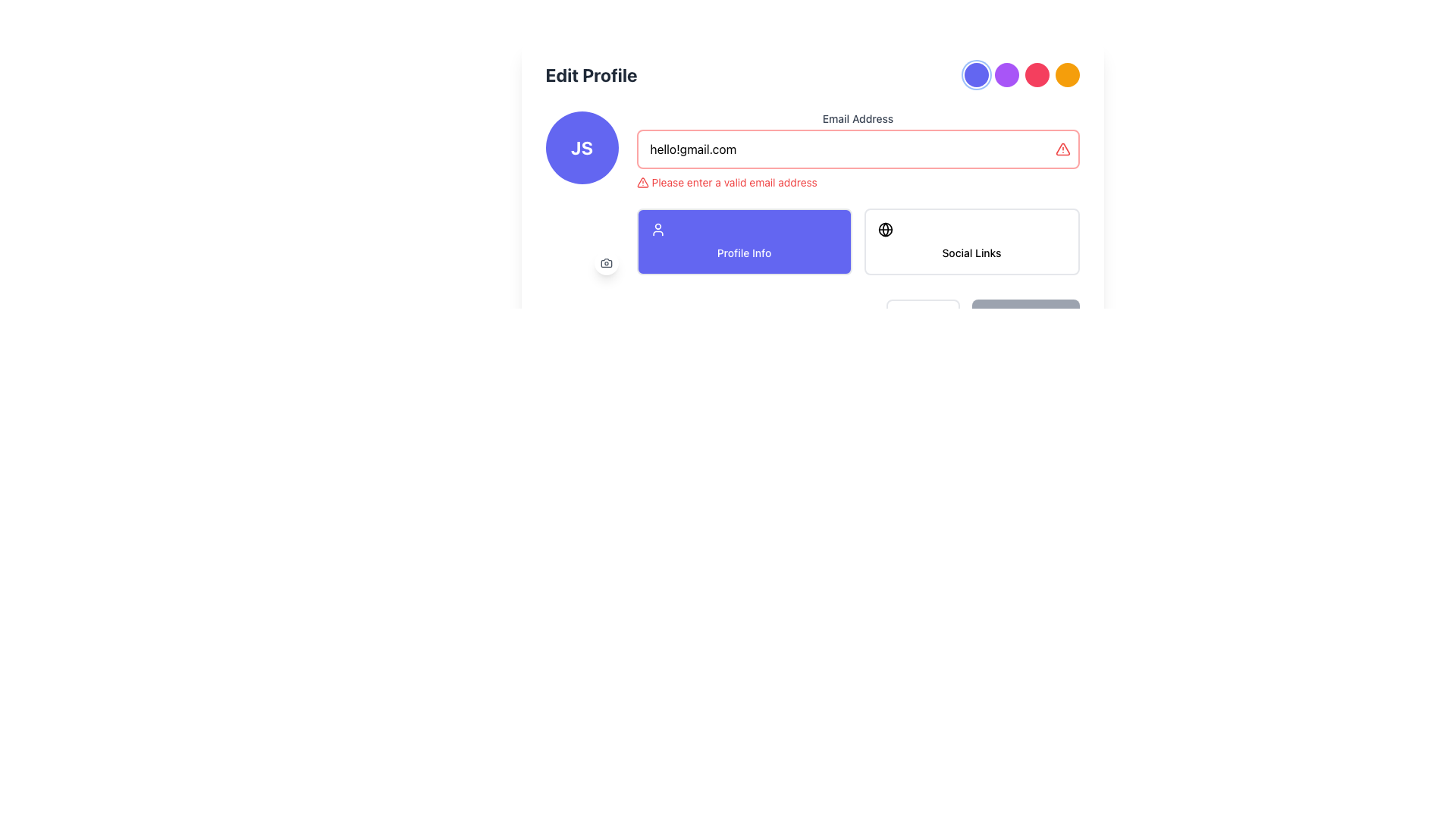  I want to click on the second circular icon from the left in the group of four colored circular icons (indigo, purple, rose, amber), so click(1021, 75).